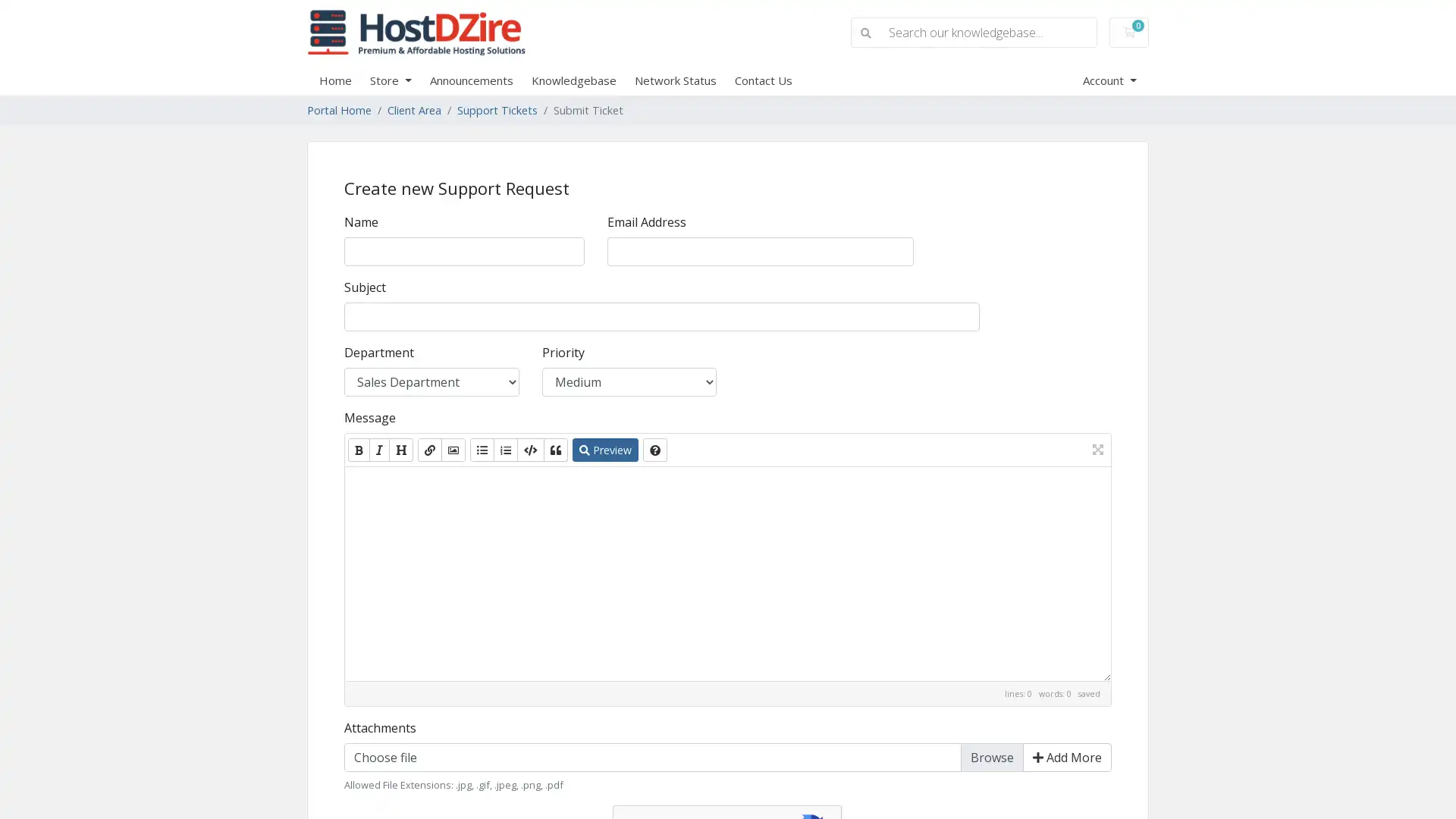 This screenshot has width=1456, height=819. What do you see at coordinates (604, 449) in the screenshot?
I see `Preview` at bounding box center [604, 449].